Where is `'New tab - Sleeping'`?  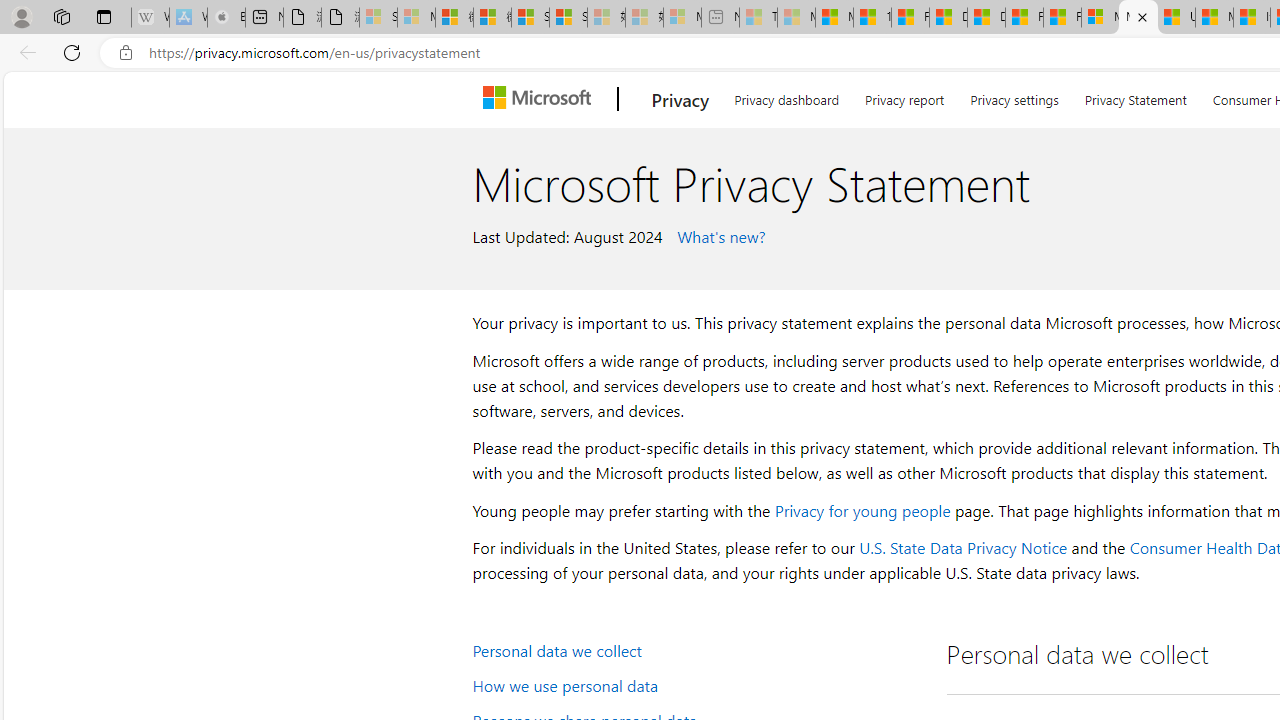 'New tab - Sleeping' is located at coordinates (720, 17).